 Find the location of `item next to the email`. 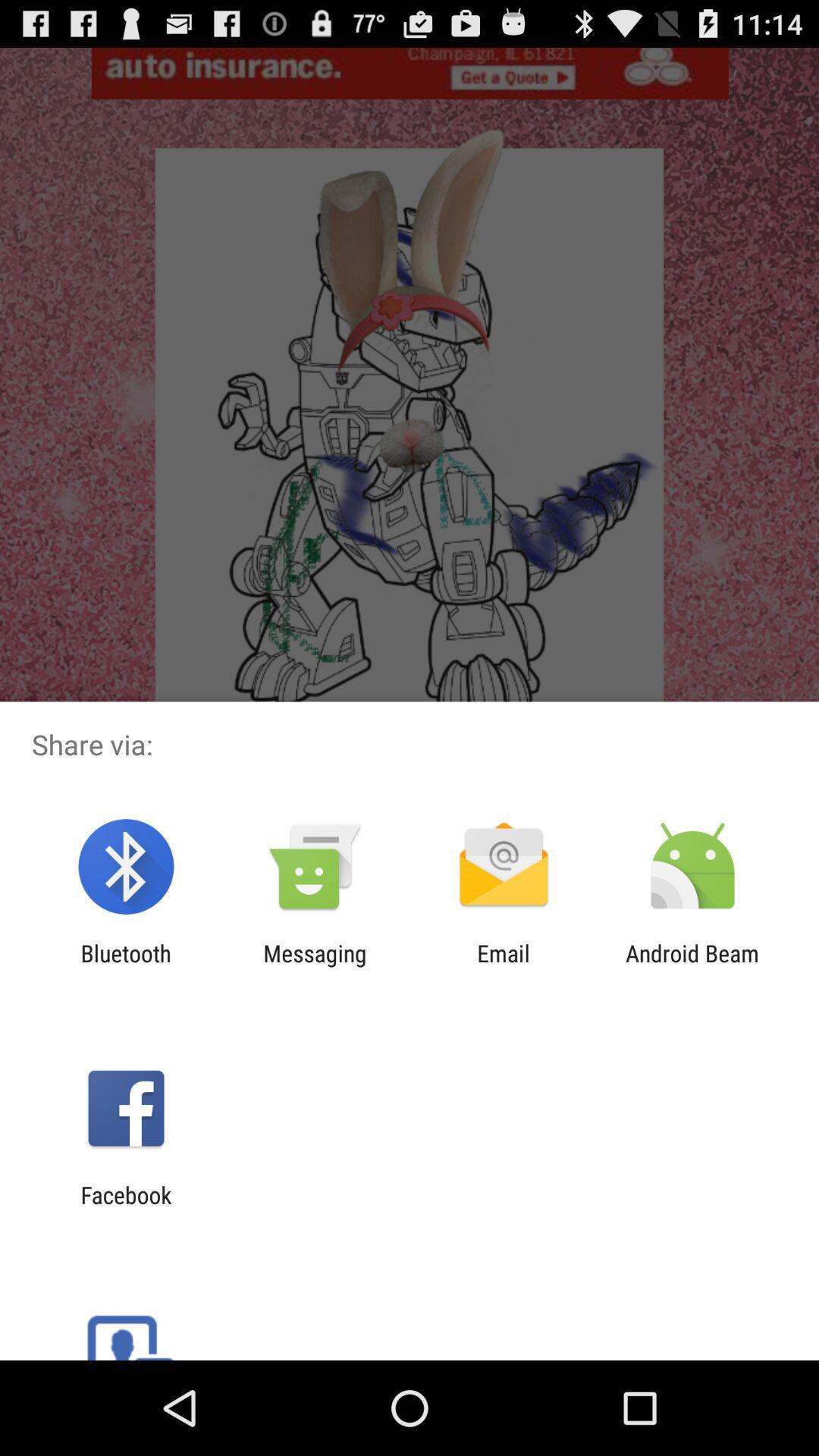

item next to the email is located at coordinates (692, 966).